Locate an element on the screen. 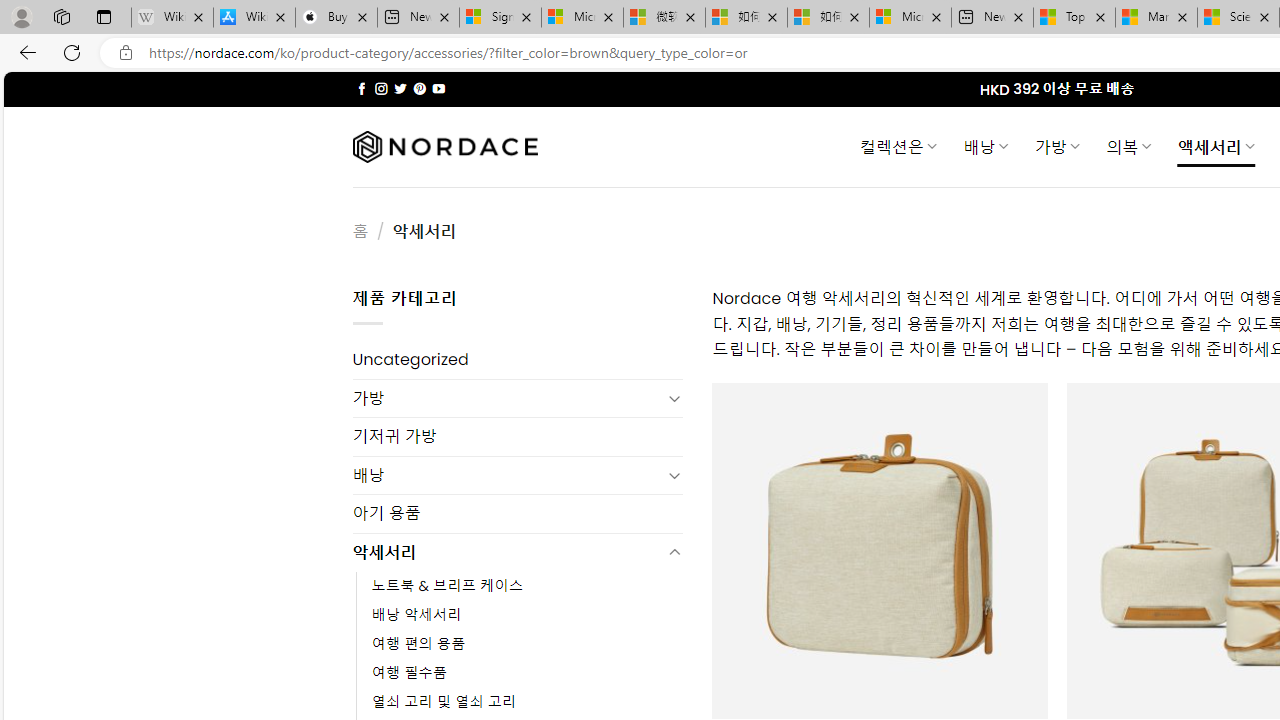 This screenshot has width=1280, height=720. 'Buy iPad - Apple' is located at coordinates (336, 17).